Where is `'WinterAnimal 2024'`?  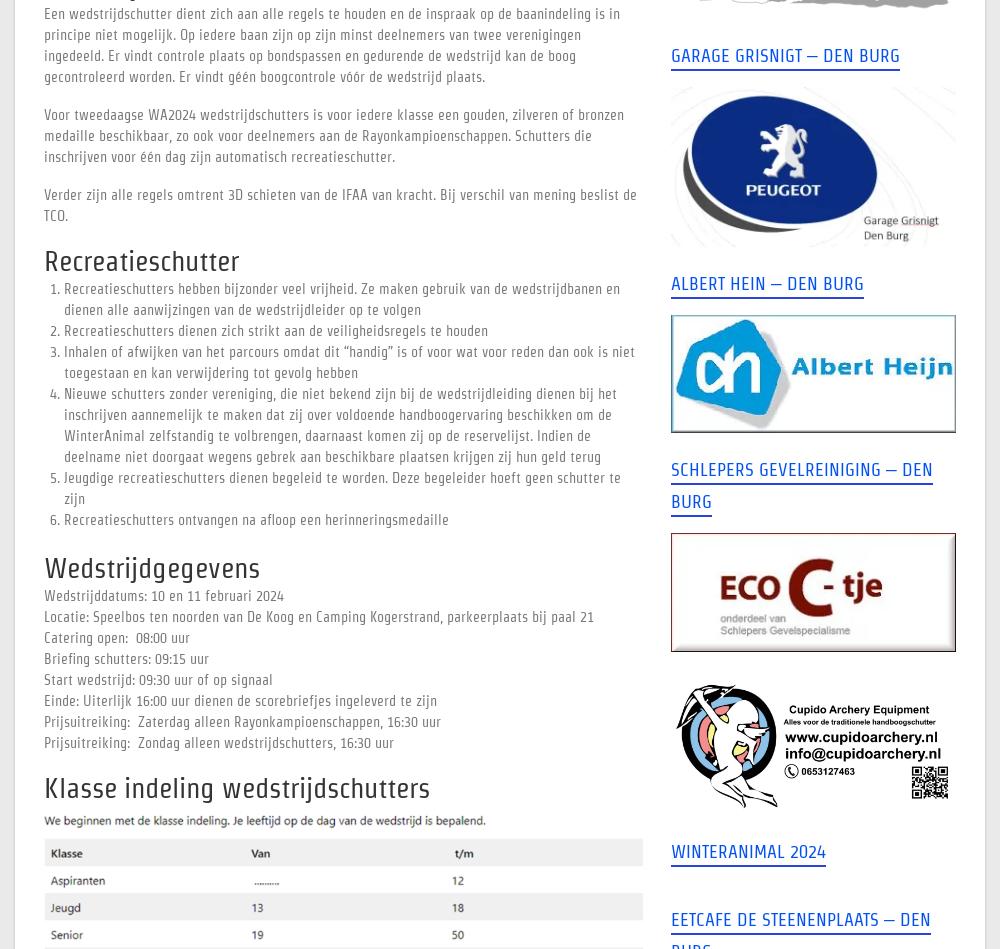
'WinterAnimal 2024' is located at coordinates (746, 850).